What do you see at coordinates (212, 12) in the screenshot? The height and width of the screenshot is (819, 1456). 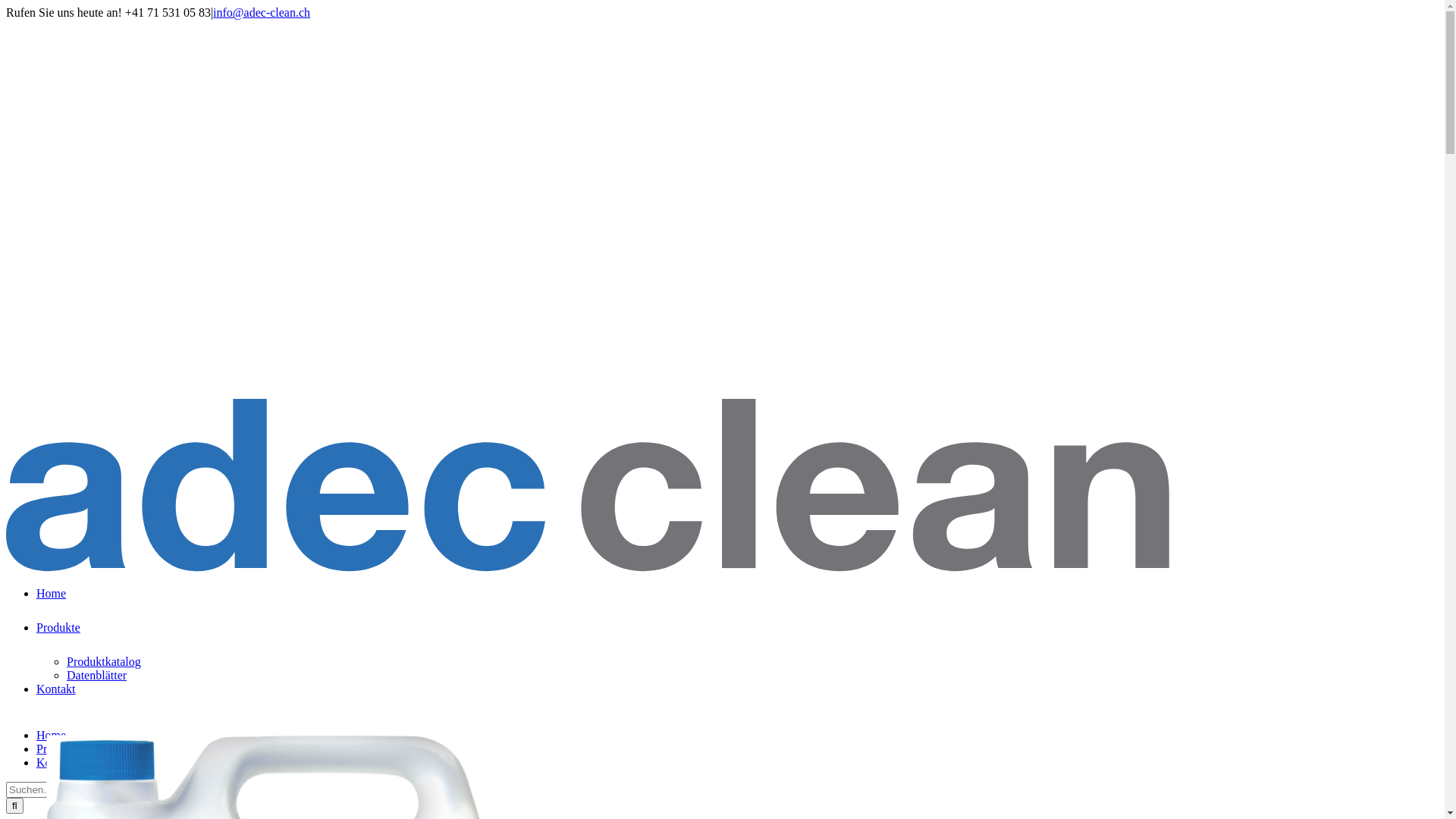 I see `'info@adec-clean.ch'` at bounding box center [212, 12].